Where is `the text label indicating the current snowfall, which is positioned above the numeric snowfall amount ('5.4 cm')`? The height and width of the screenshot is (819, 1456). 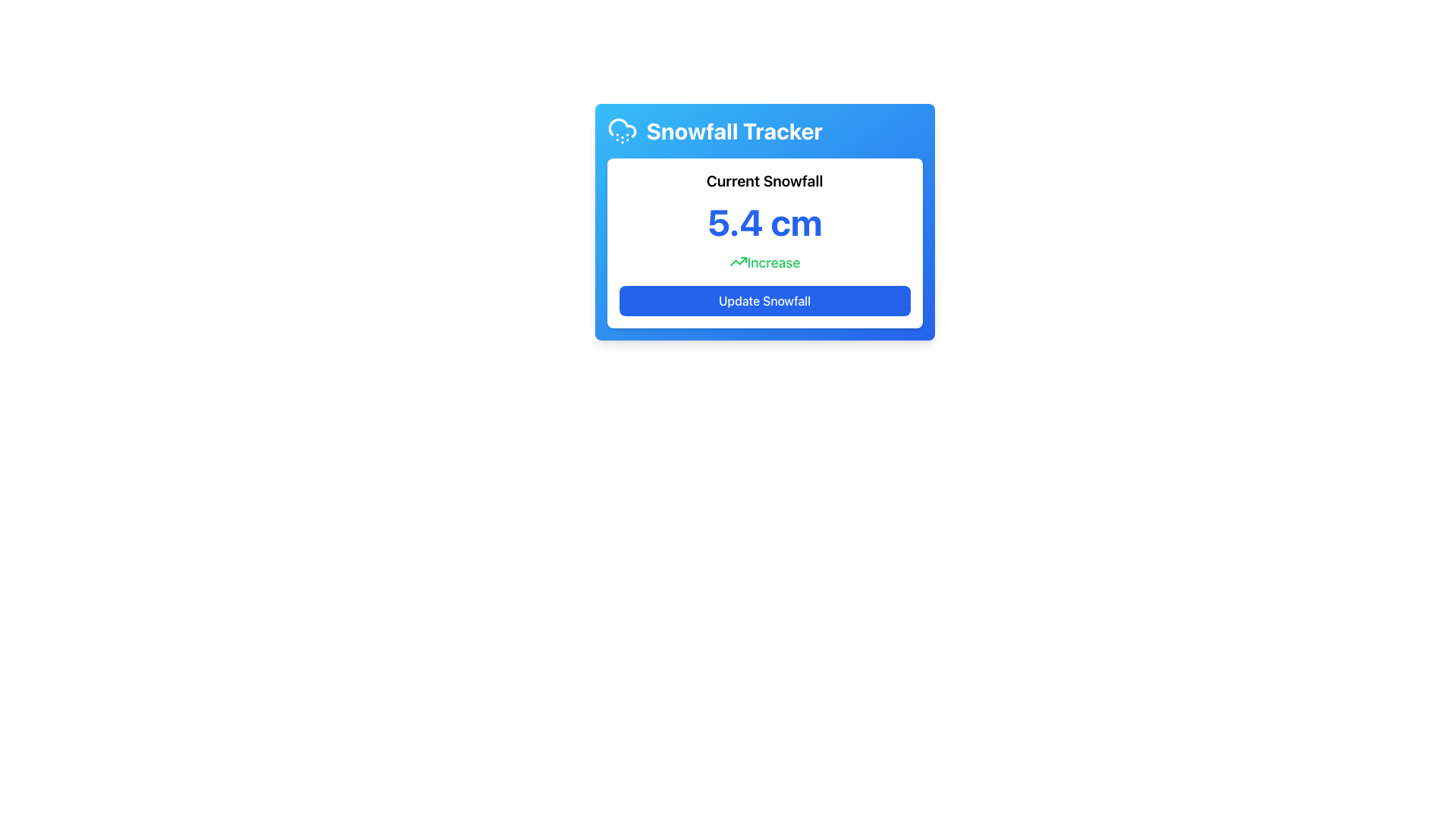
the text label indicating the current snowfall, which is positioned above the numeric snowfall amount ('5.4 cm') is located at coordinates (764, 180).